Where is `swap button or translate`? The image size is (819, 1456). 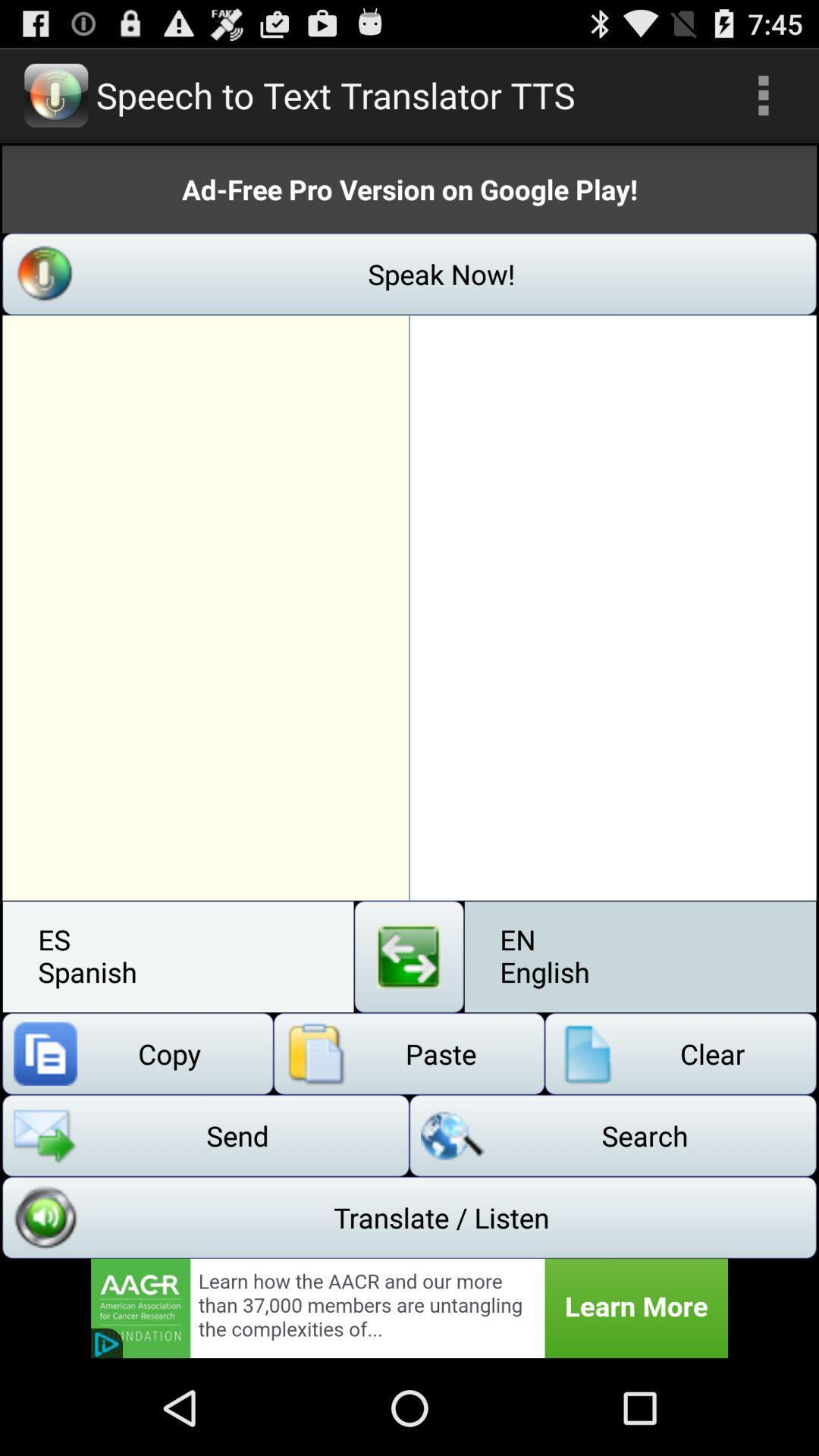
swap button or translate is located at coordinates (408, 955).